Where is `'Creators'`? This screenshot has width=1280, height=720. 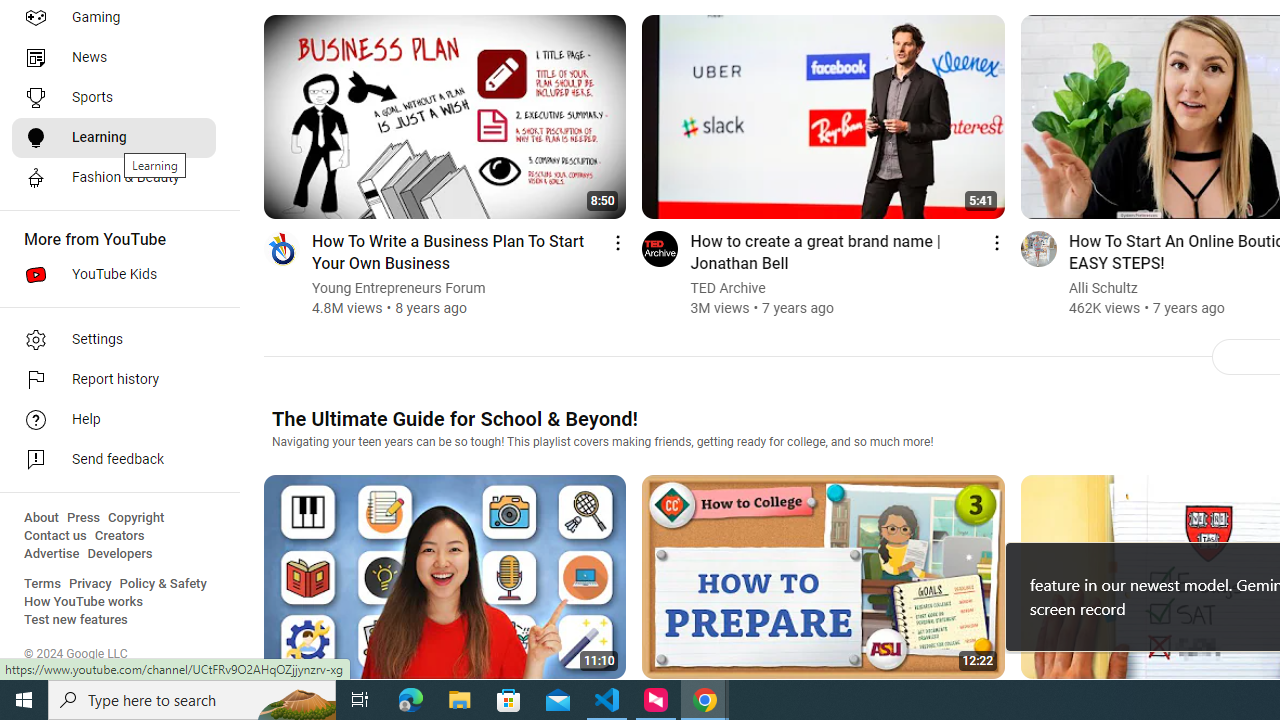
'Creators' is located at coordinates (118, 535).